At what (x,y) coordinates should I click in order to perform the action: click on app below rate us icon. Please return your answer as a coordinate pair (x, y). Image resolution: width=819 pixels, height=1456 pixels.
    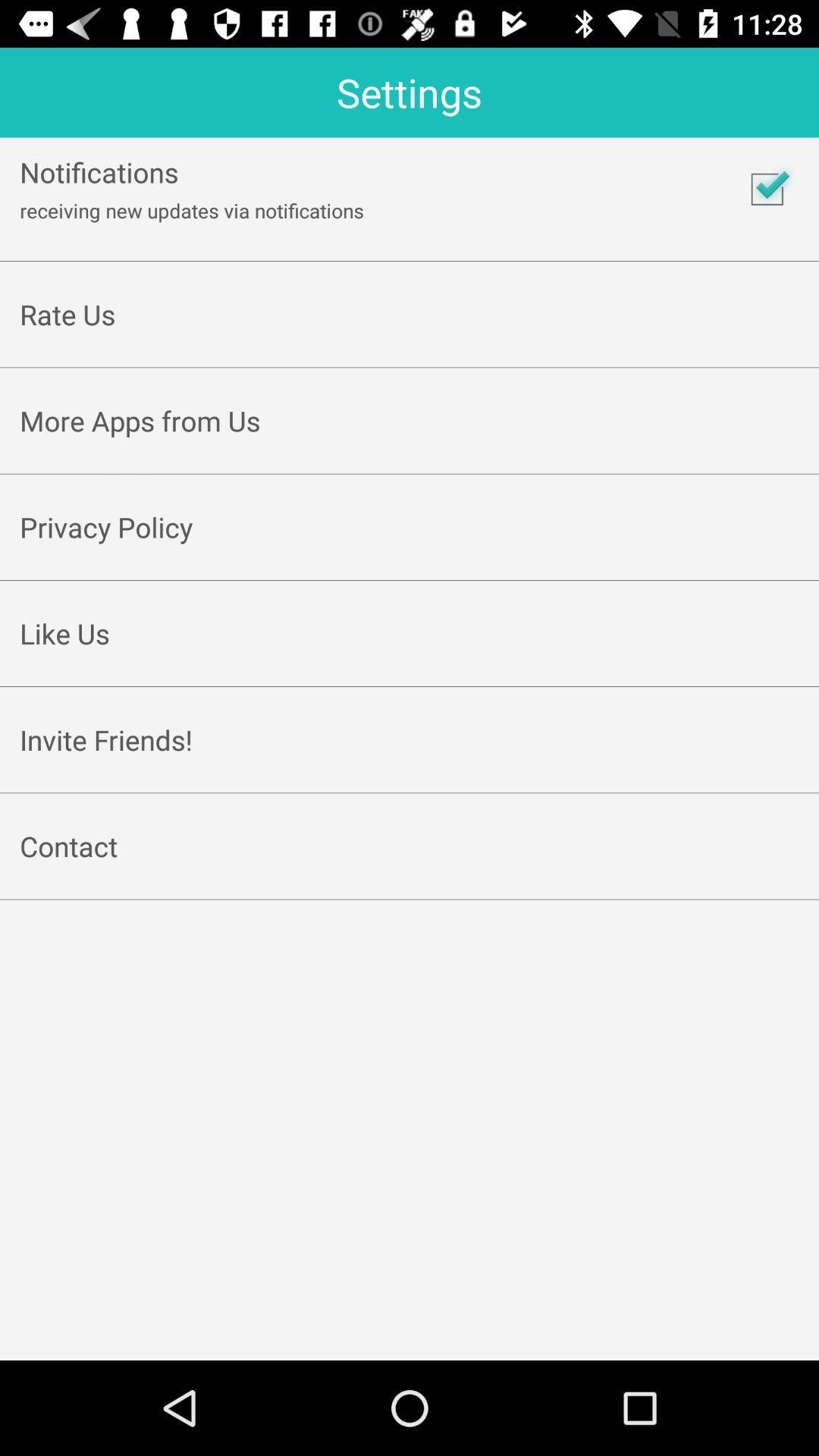
    Looking at the image, I should click on (409, 349).